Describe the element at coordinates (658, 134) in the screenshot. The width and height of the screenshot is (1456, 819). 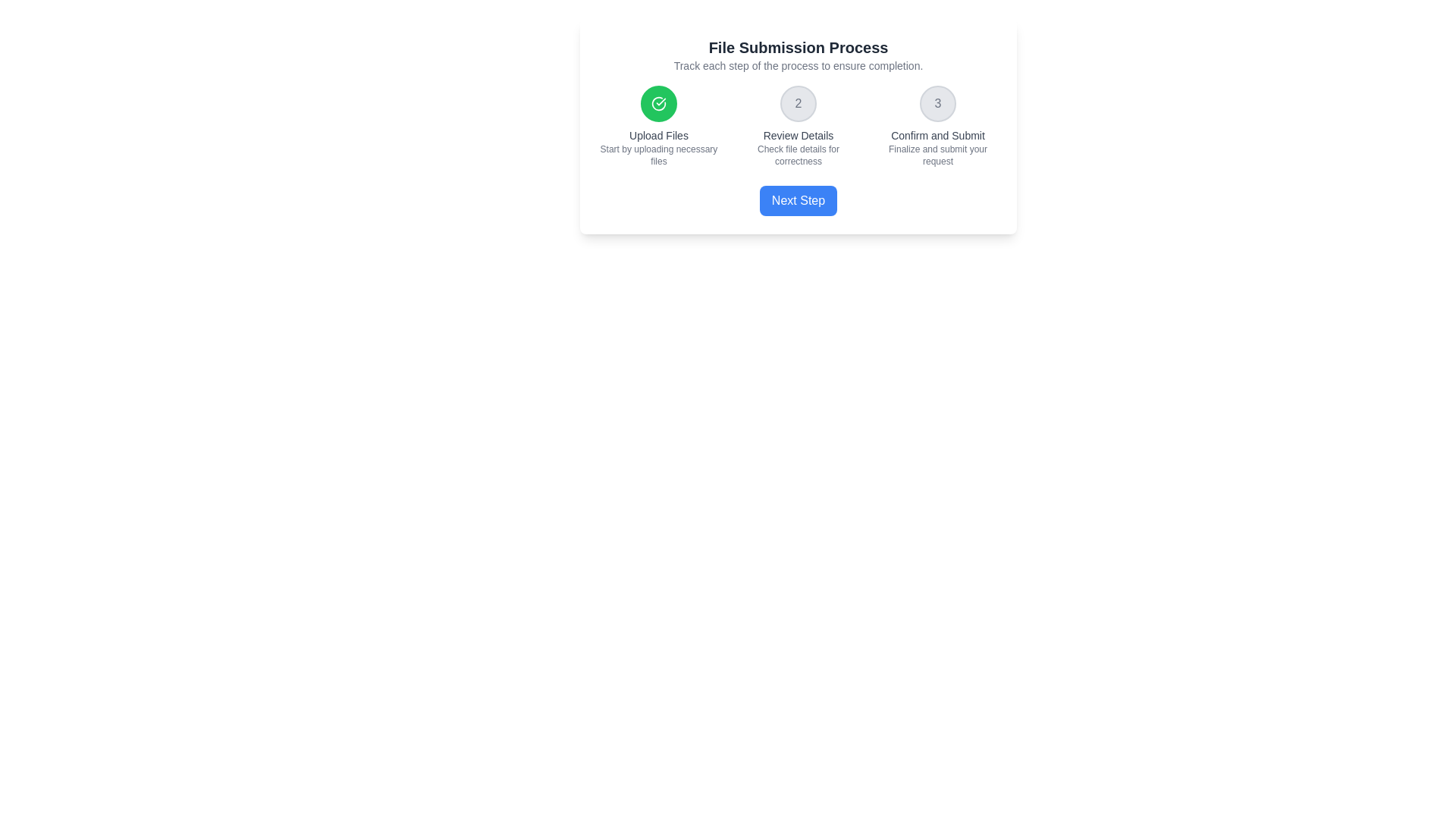
I see `the text label for the first step in the file submission process, which is located below a circular checkmark icon and above the smaller text 'Start by uploading necessary files'` at that location.